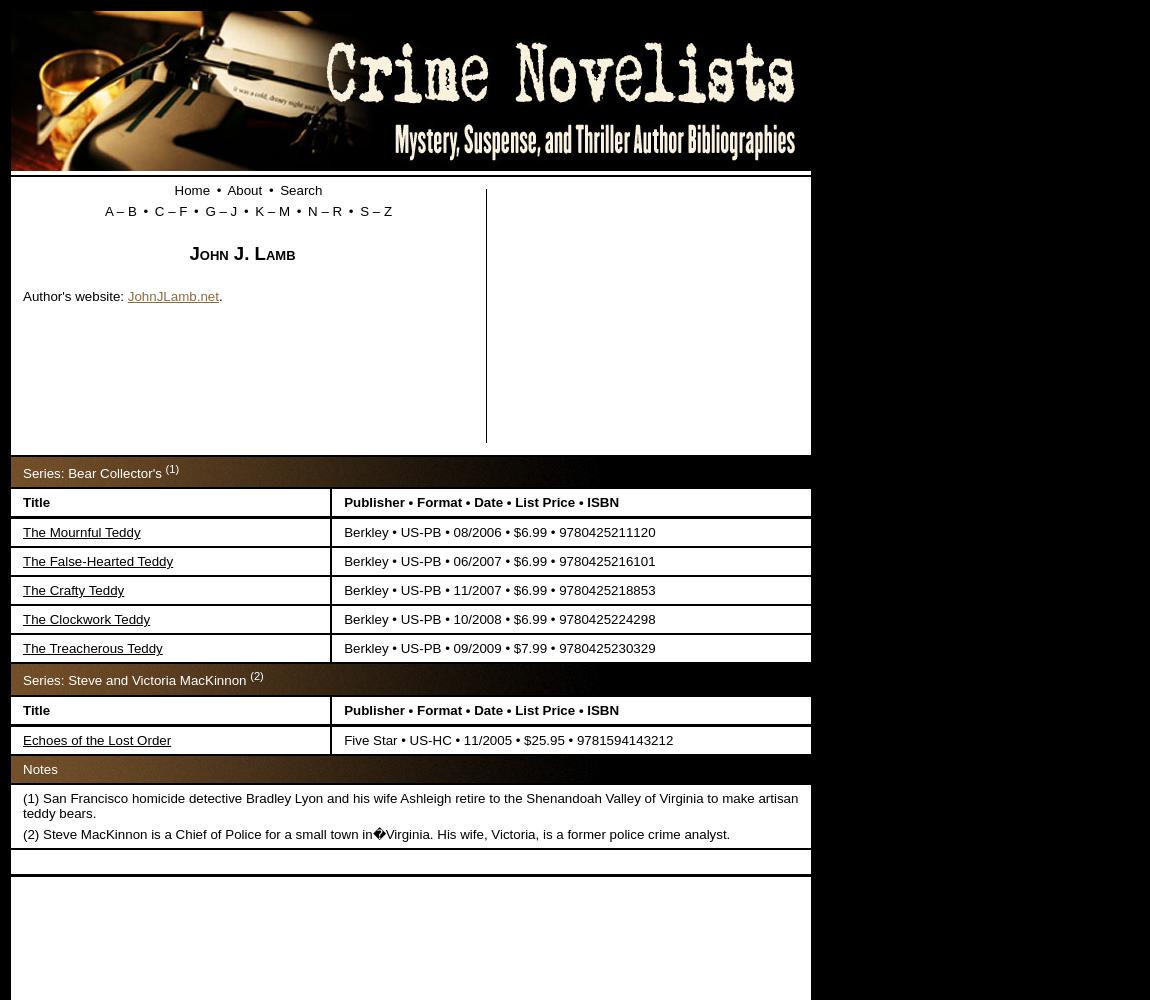 This screenshot has width=1150, height=1000. What do you see at coordinates (499, 618) in the screenshot?
I see `'Berkley • US-PB • 10/2008 • $6.99 • 9780425224298'` at bounding box center [499, 618].